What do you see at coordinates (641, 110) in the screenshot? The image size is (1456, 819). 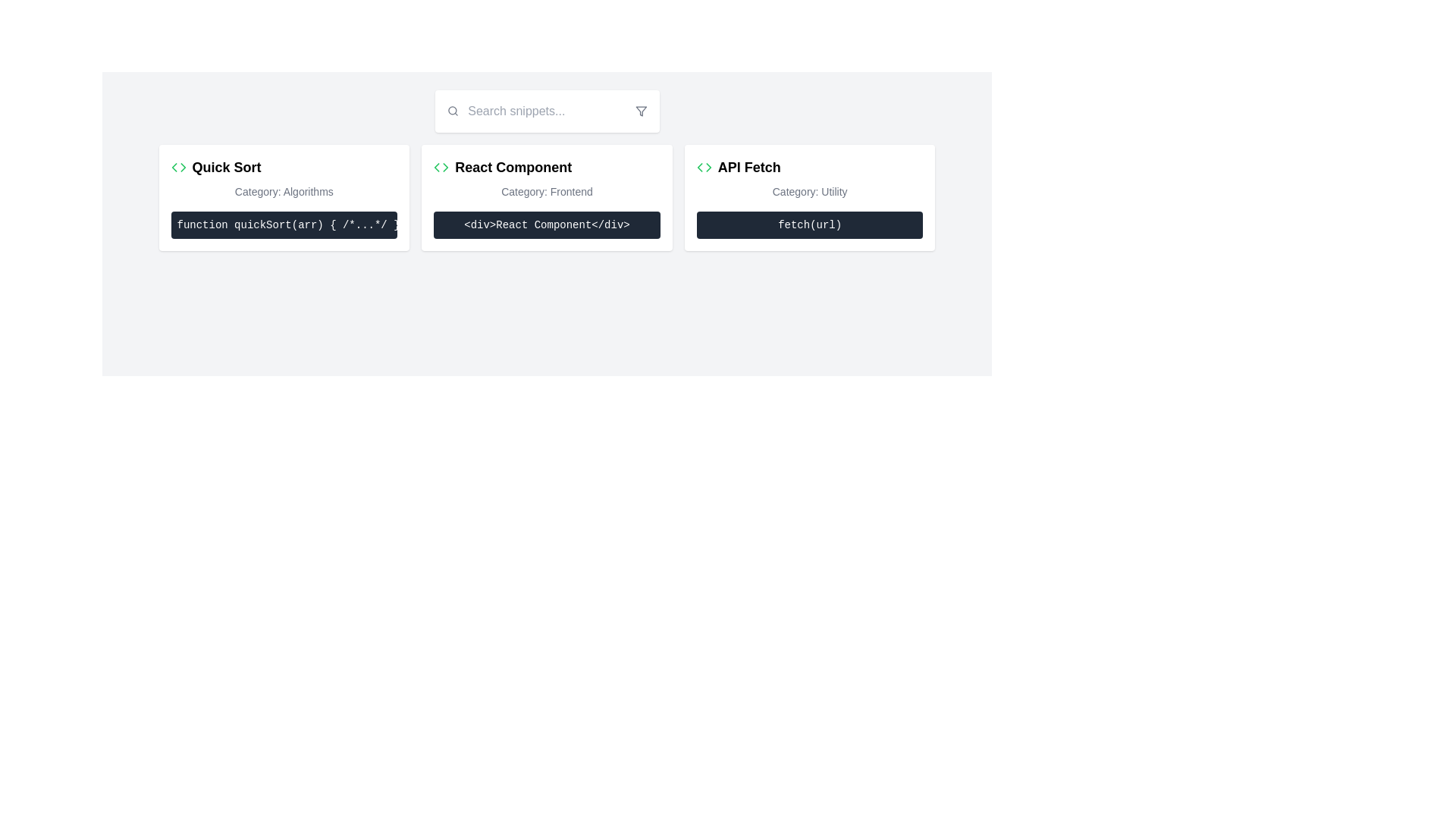 I see `the Icon (filter) located to the right of the 'Search snippets...' text input field` at bounding box center [641, 110].